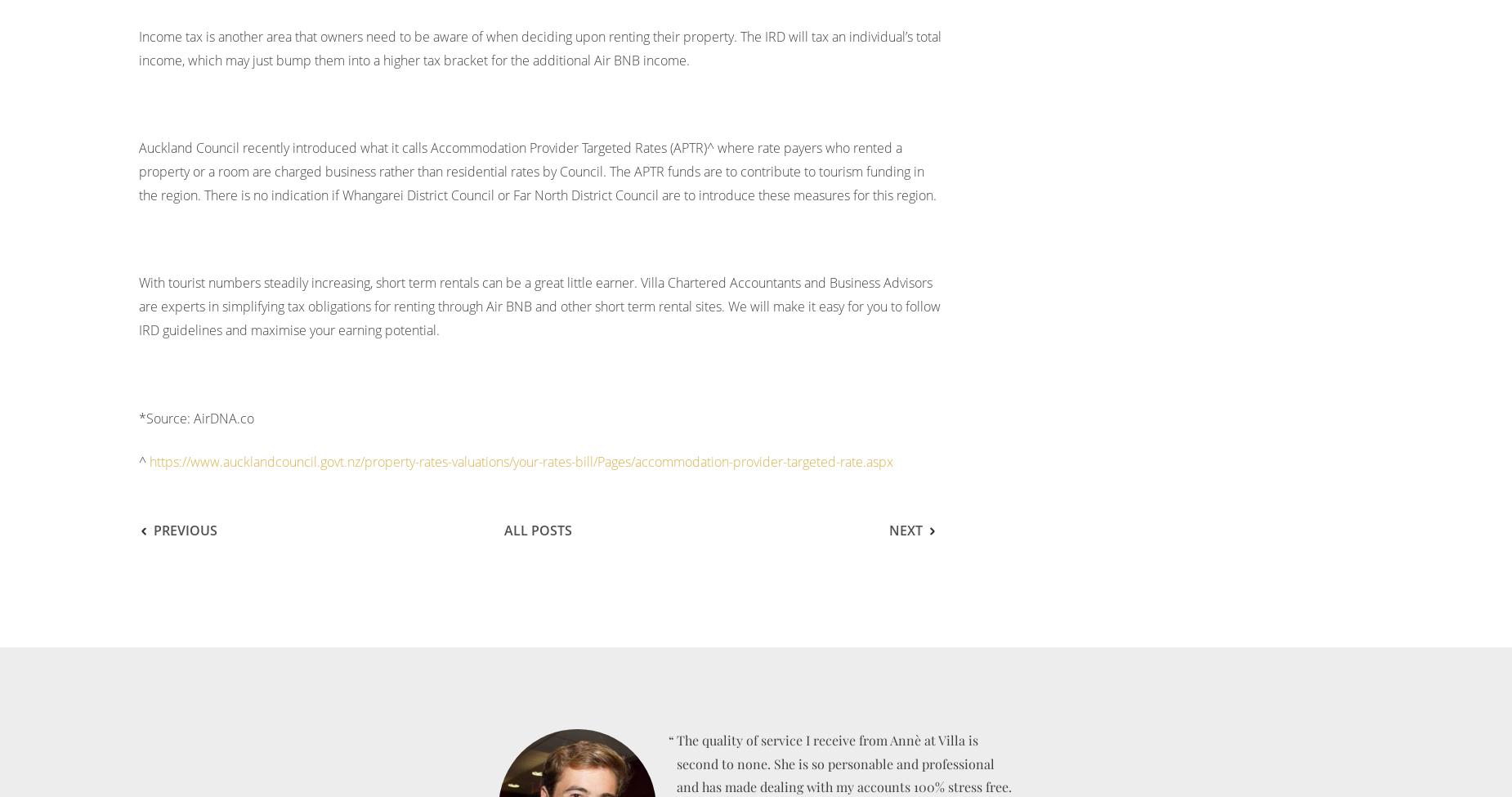 The width and height of the screenshot is (1512, 797). I want to click on 'https://www.aucklandcouncil.govt.nz/property-rates-valuations/your-rates-bill/Pages/accommodation-provider-targeted-rate.aspx', so click(521, 461).